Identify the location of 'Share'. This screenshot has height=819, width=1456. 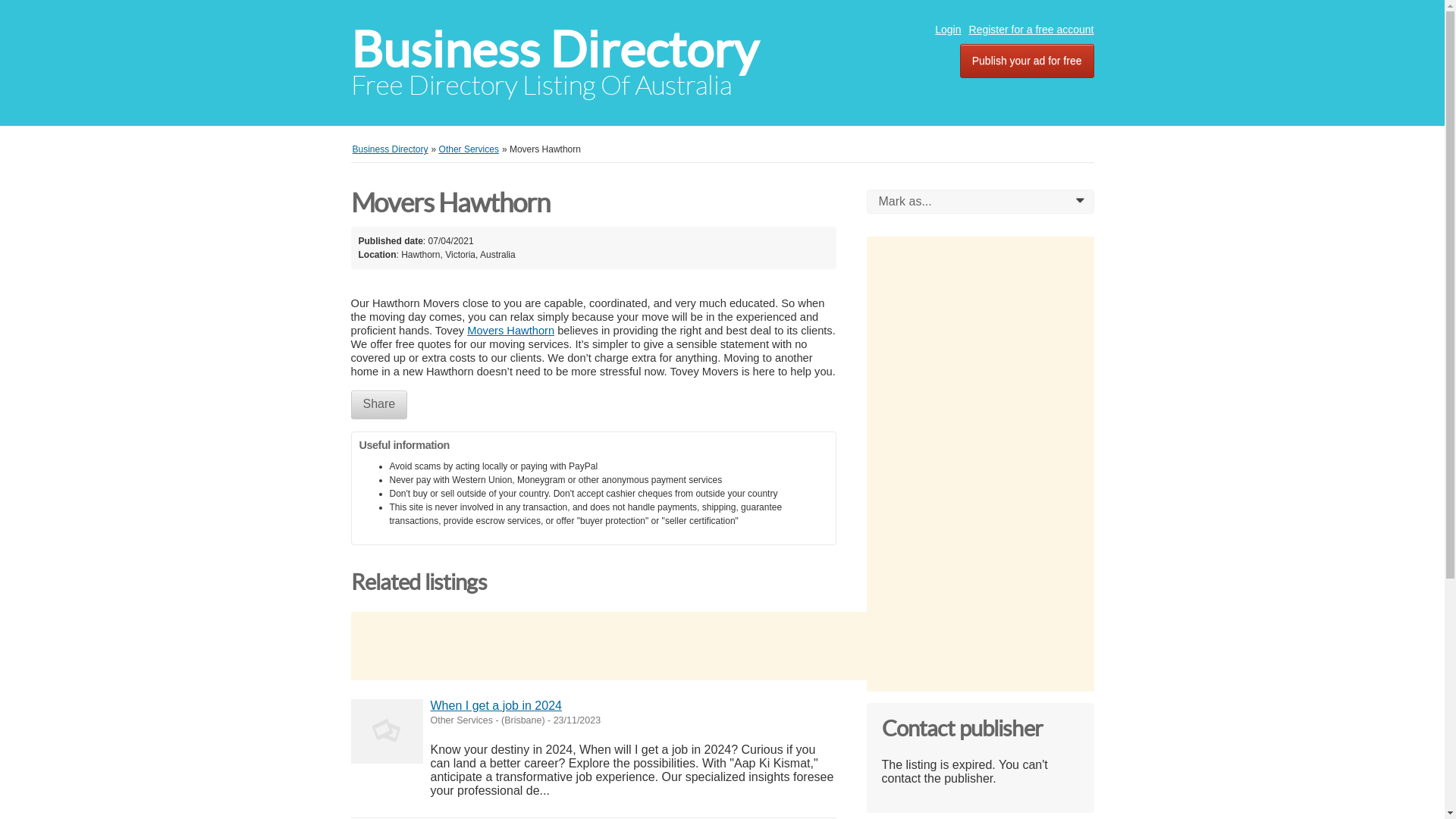
(378, 403).